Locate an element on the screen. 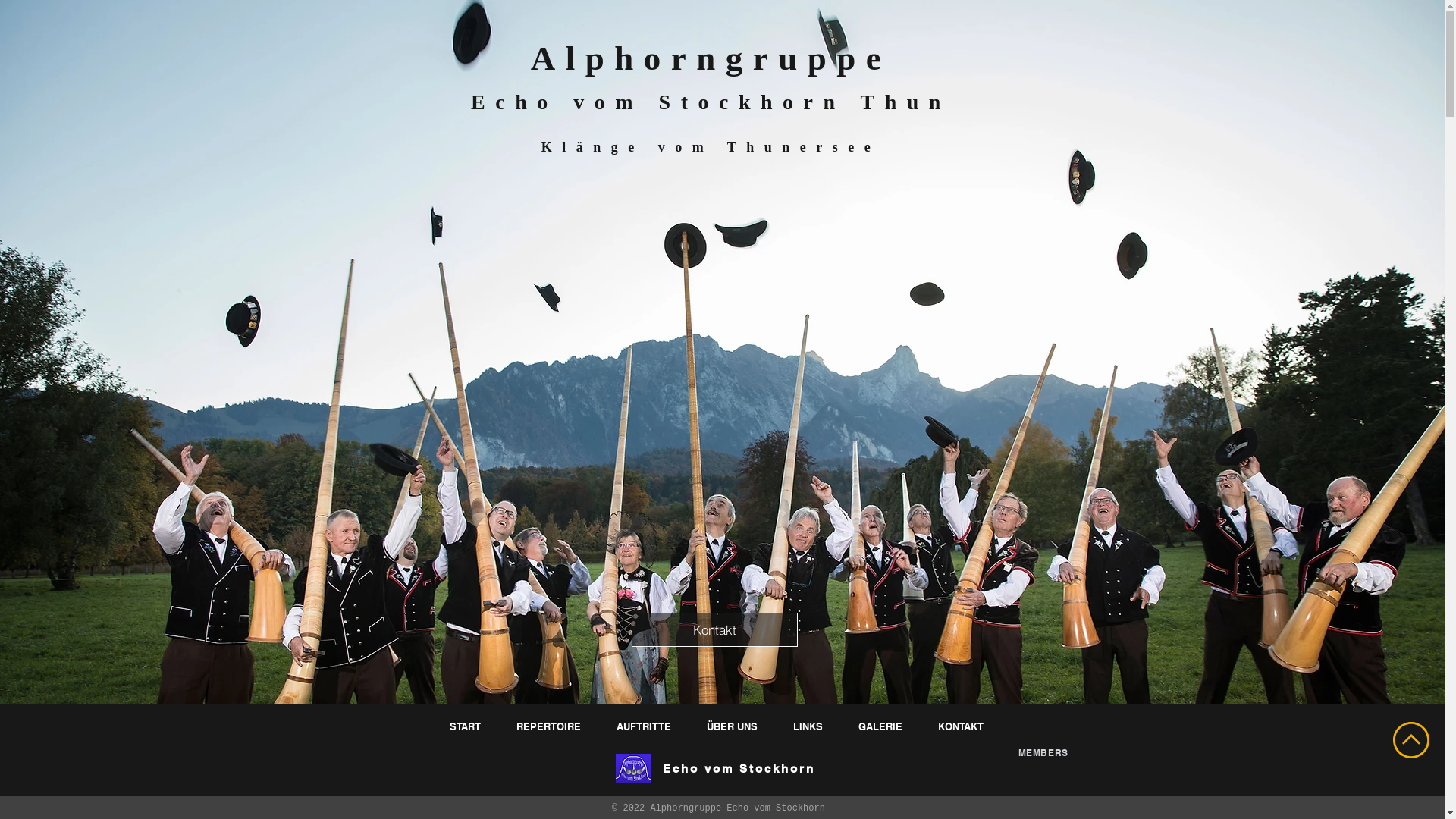 This screenshot has height=819, width=1456. 'AUFTRITTE' is located at coordinates (645, 726).